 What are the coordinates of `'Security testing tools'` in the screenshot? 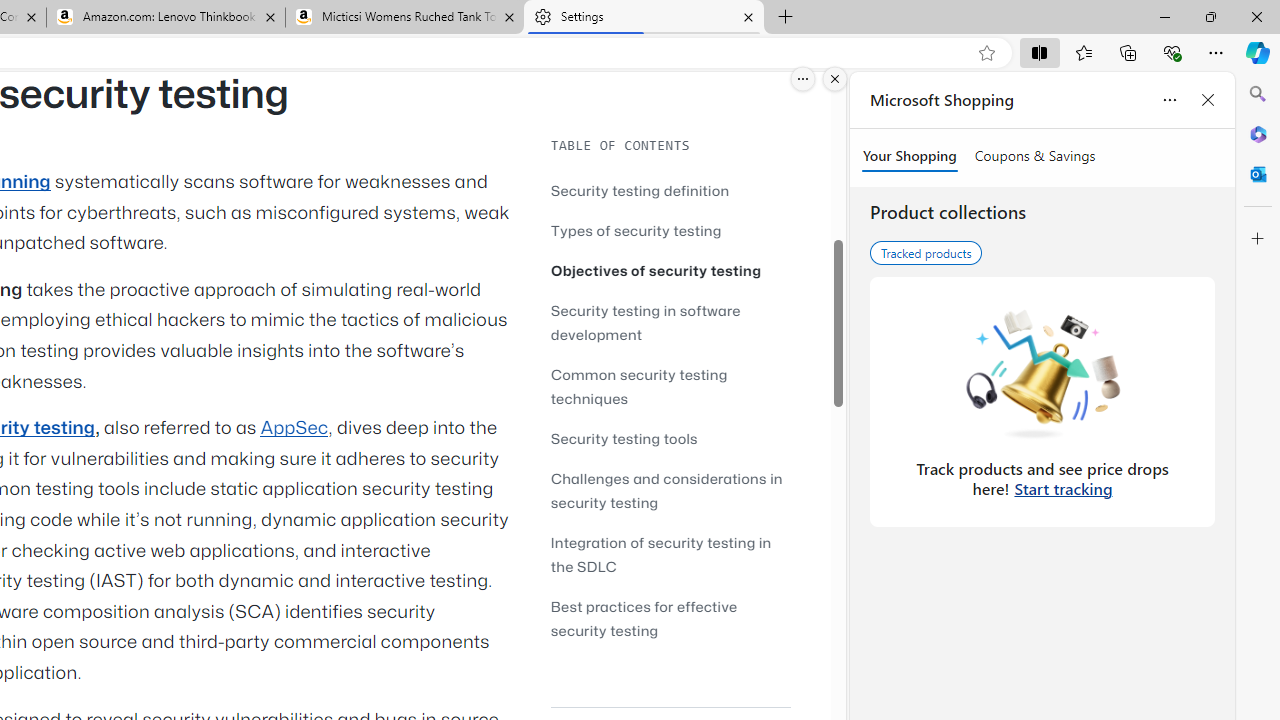 It's located at (623, 437).